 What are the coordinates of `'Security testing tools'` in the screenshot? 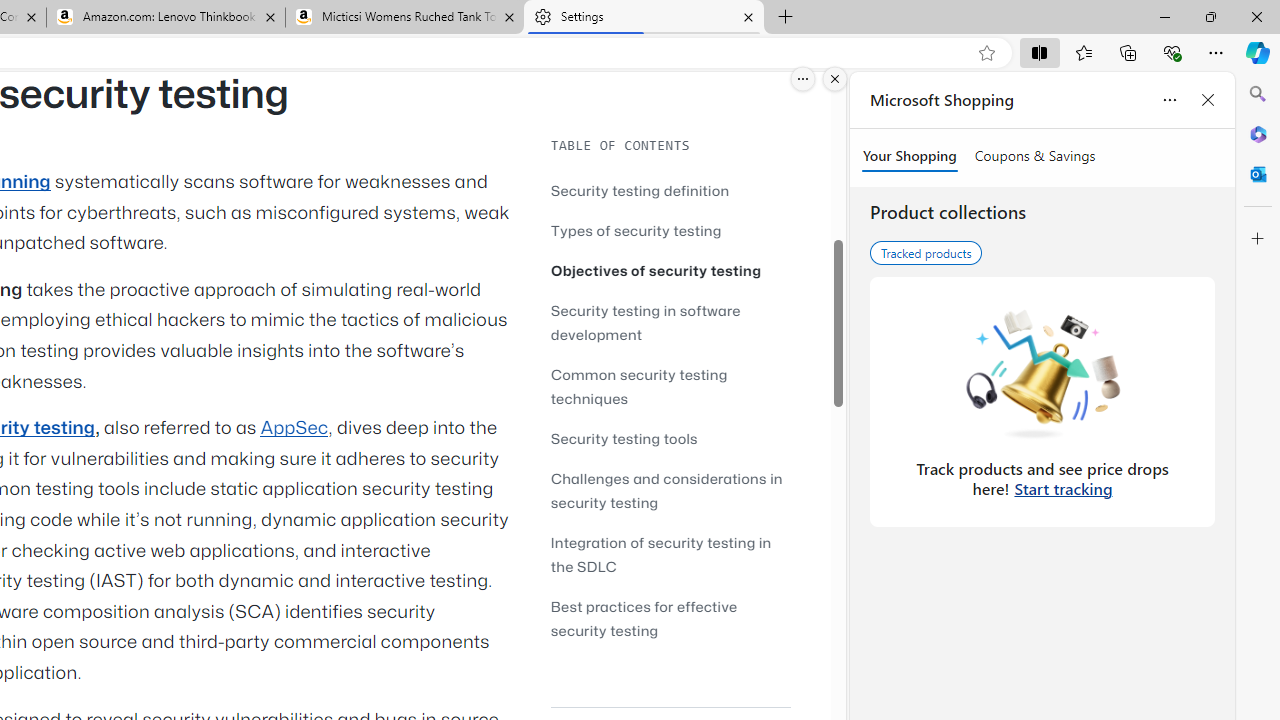 It's located at (623, 437).